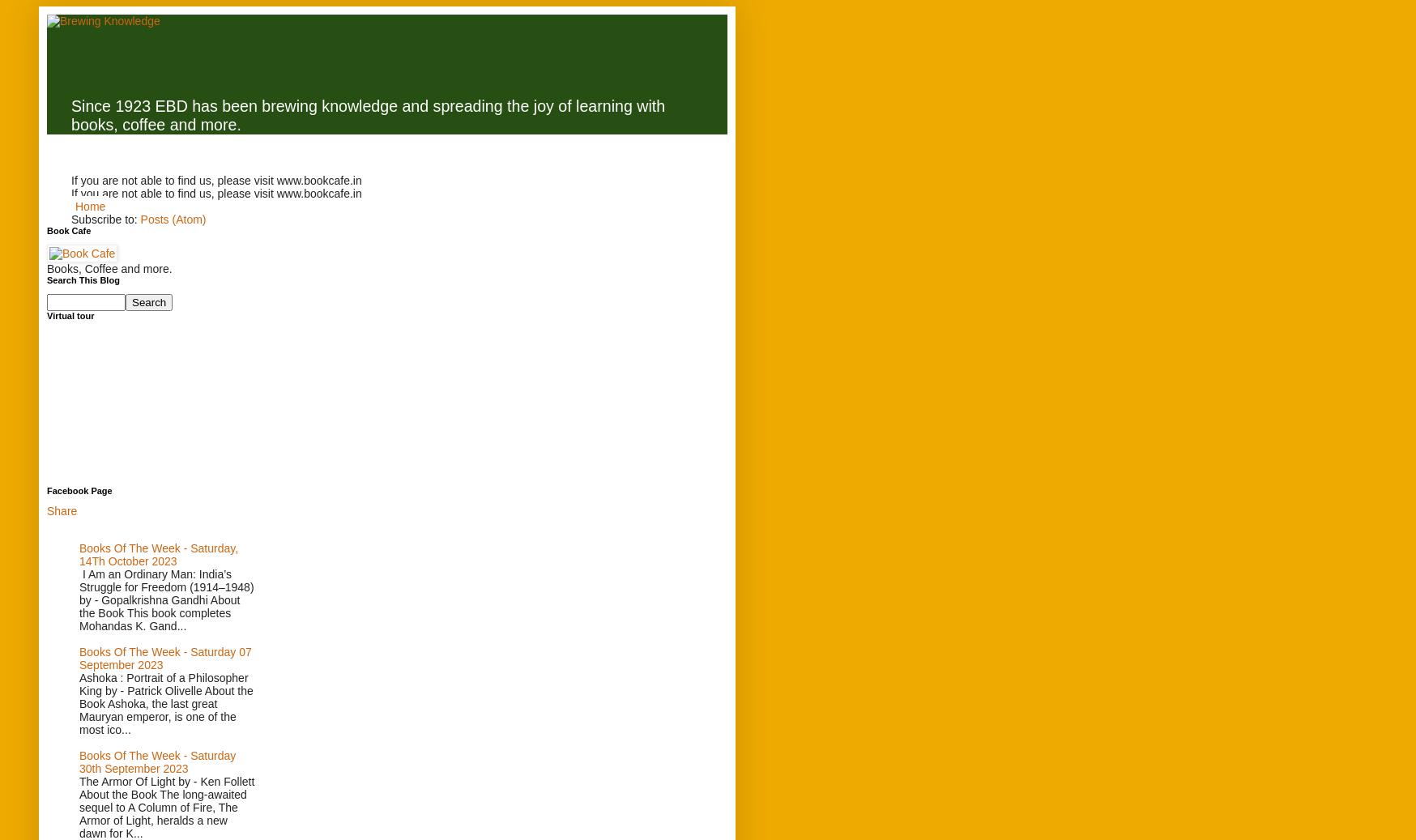 Image resolution: width=1416 pixels, height=840 pixels. Describe the element at coordinates (79, 659) in the screenshot. I see `'Books Of The Week - Saturday 07 September 2023'` at that location.